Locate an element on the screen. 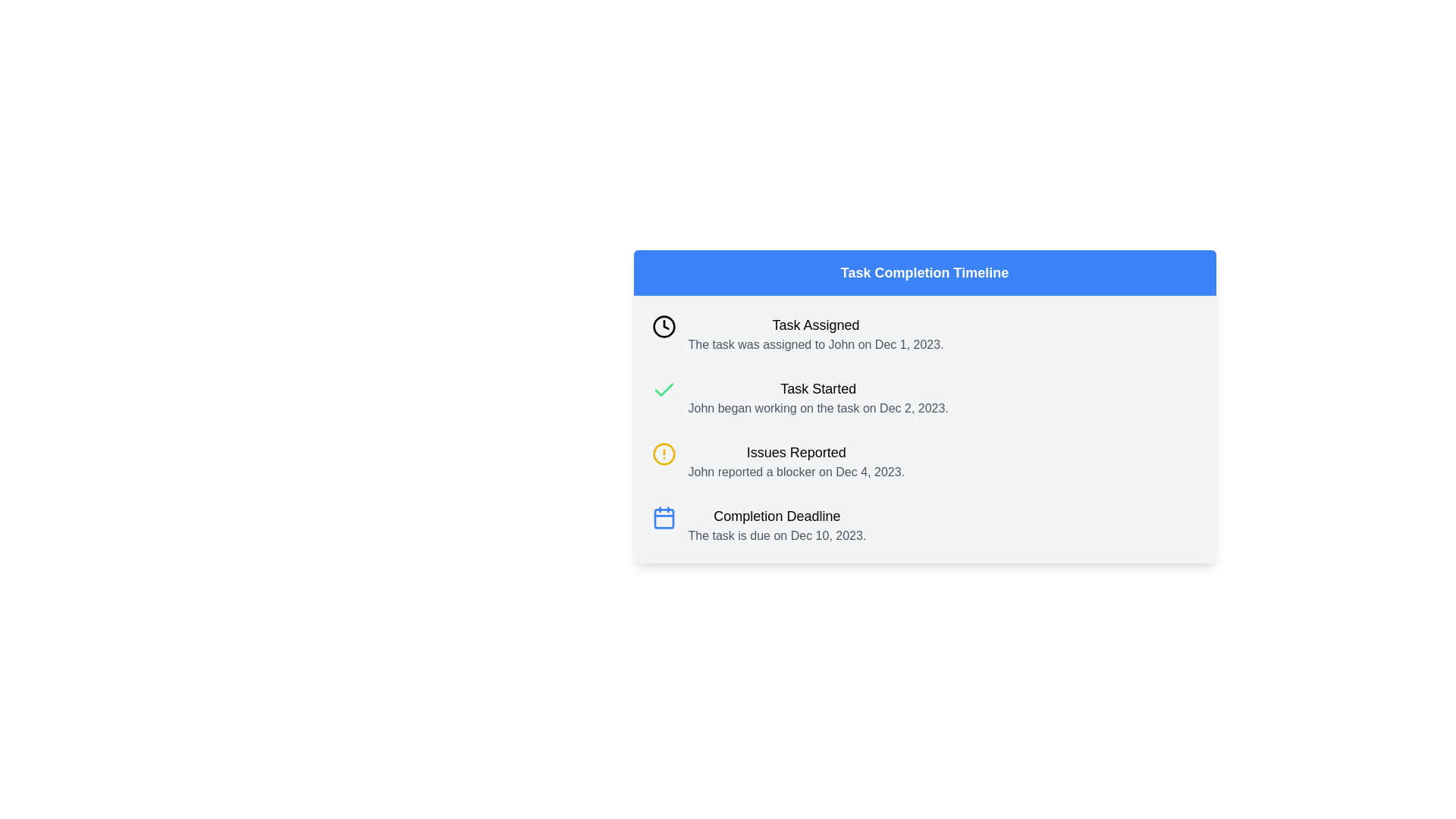 This screenshot has height=819, width=1456. static text element that displays 'John began working on the task on Dec 2, 2023.', located below the title 'Task Started' is located at coordinates (817, 408).